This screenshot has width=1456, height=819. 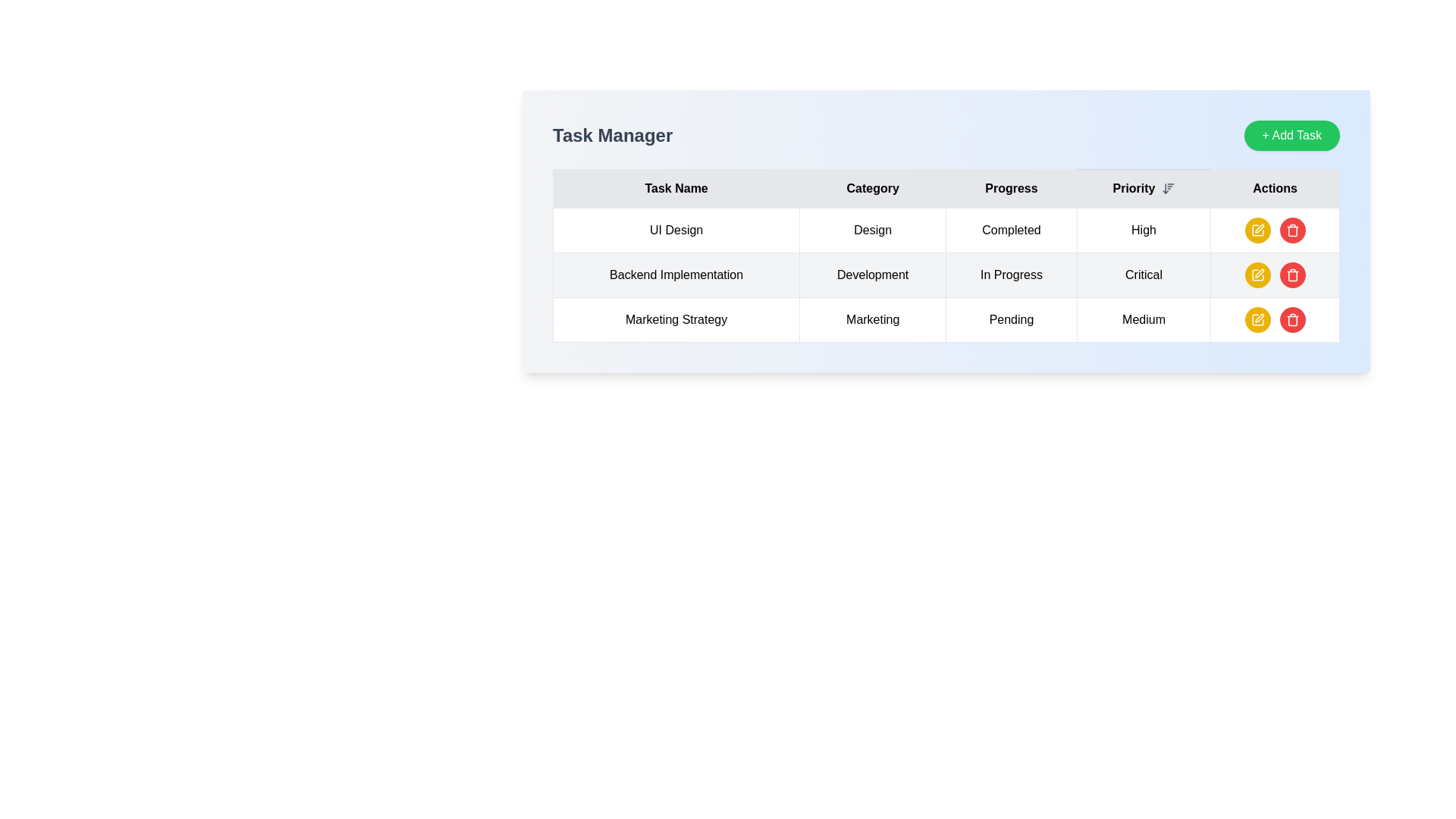 I want to click on the first Table Header Cell that describes the purpose of the first column listing task names, so click(x=676, y=188).